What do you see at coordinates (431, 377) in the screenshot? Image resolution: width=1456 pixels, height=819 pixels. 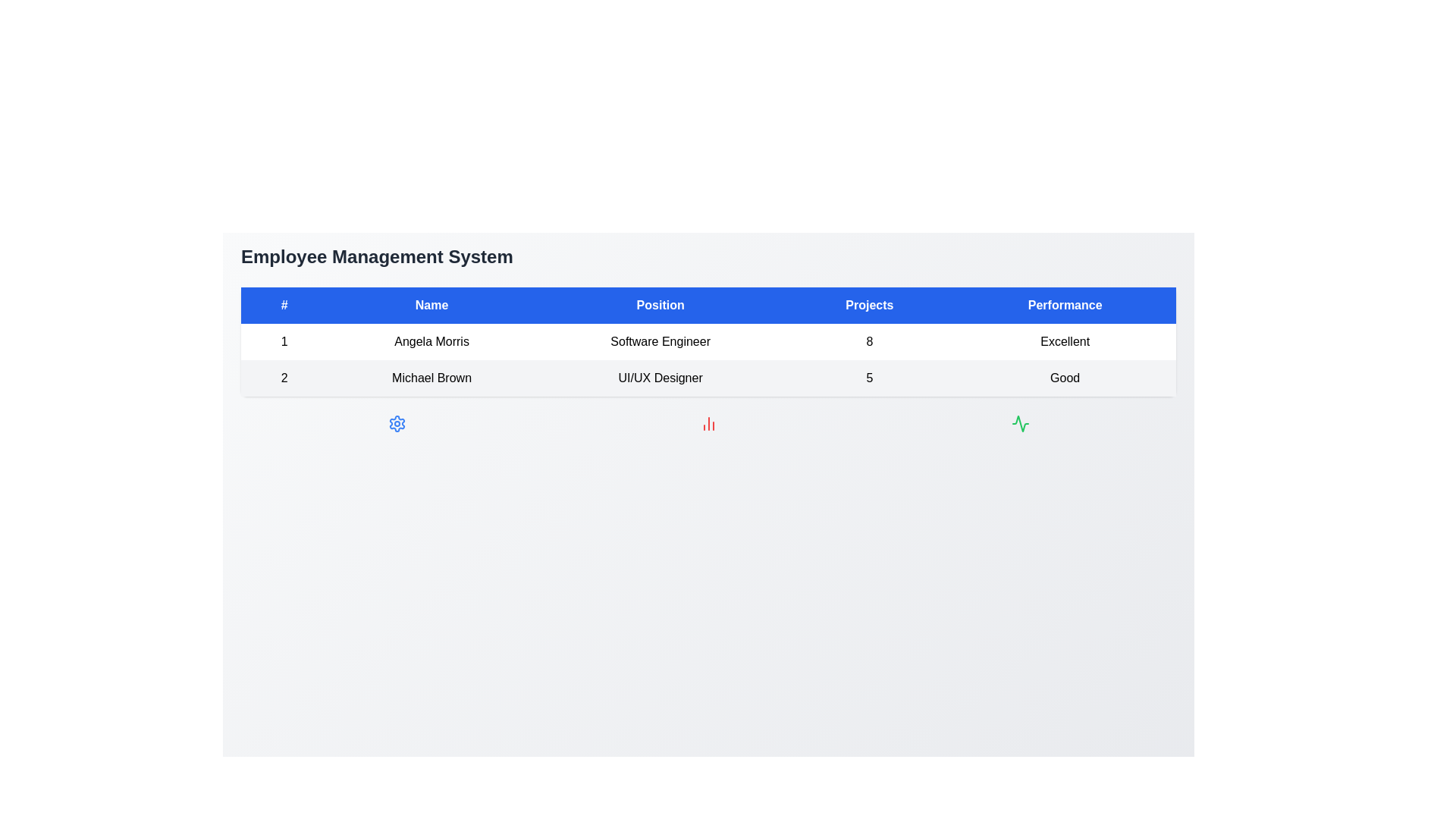 I see `the text label displaying 'Michael Brown' in black font, which is located in the second row and second column of the table under the 'Name' header` at bounding box center [431, 377].